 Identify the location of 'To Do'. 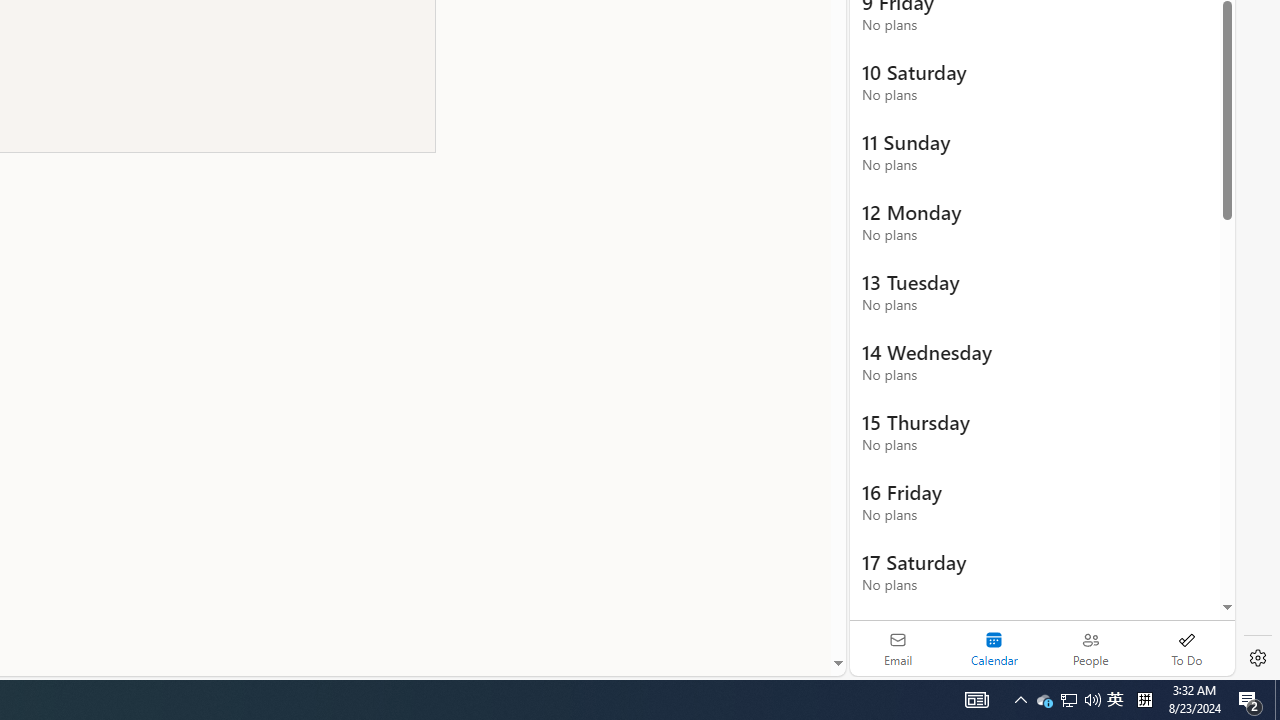
(1186, 648).